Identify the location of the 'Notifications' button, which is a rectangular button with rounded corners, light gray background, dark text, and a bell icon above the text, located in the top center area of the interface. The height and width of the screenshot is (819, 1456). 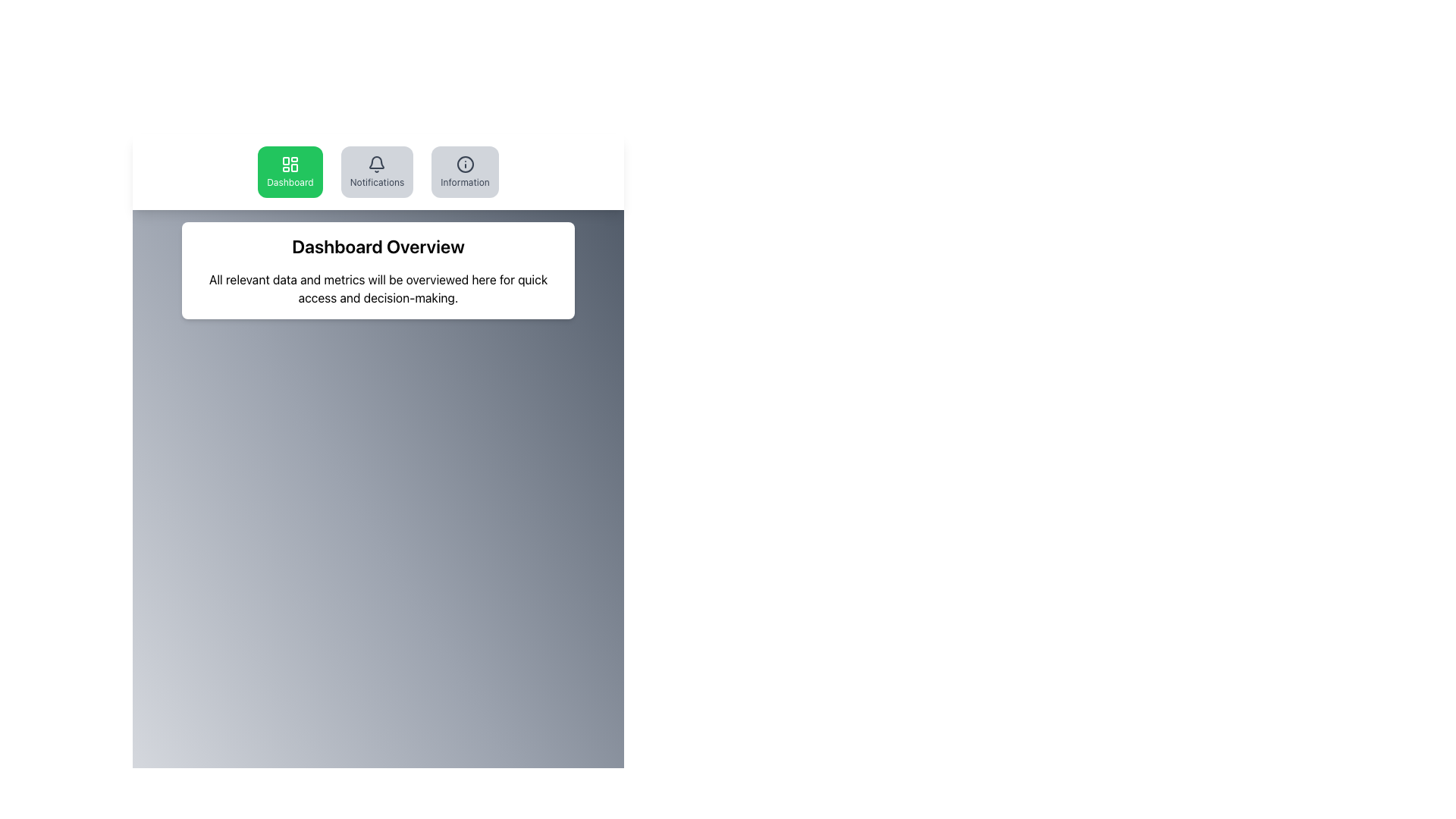
(377, 171).